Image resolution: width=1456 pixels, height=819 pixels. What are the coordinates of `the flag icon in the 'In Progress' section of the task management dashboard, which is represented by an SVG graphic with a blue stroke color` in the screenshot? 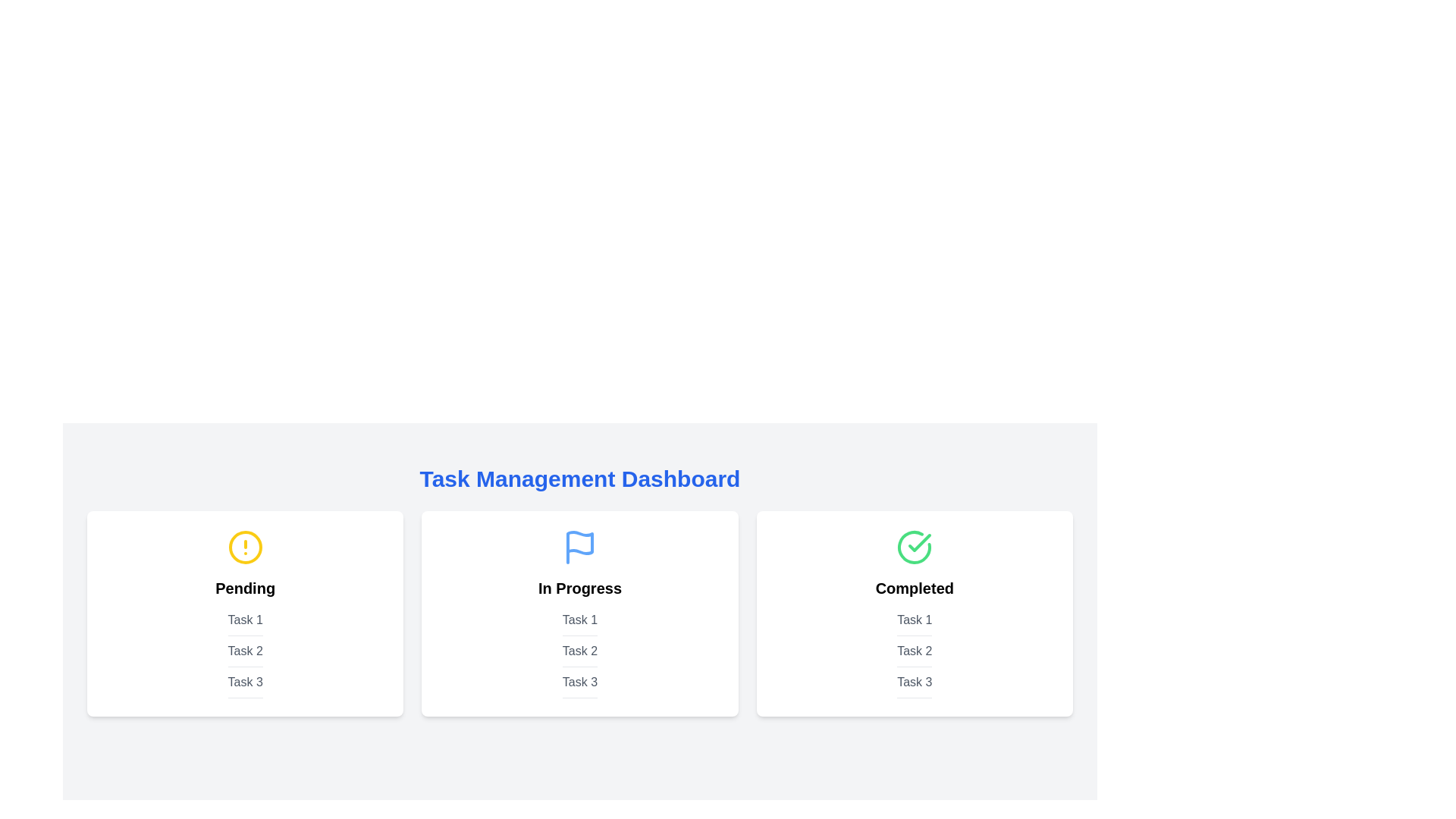 It's located at (579, 542).